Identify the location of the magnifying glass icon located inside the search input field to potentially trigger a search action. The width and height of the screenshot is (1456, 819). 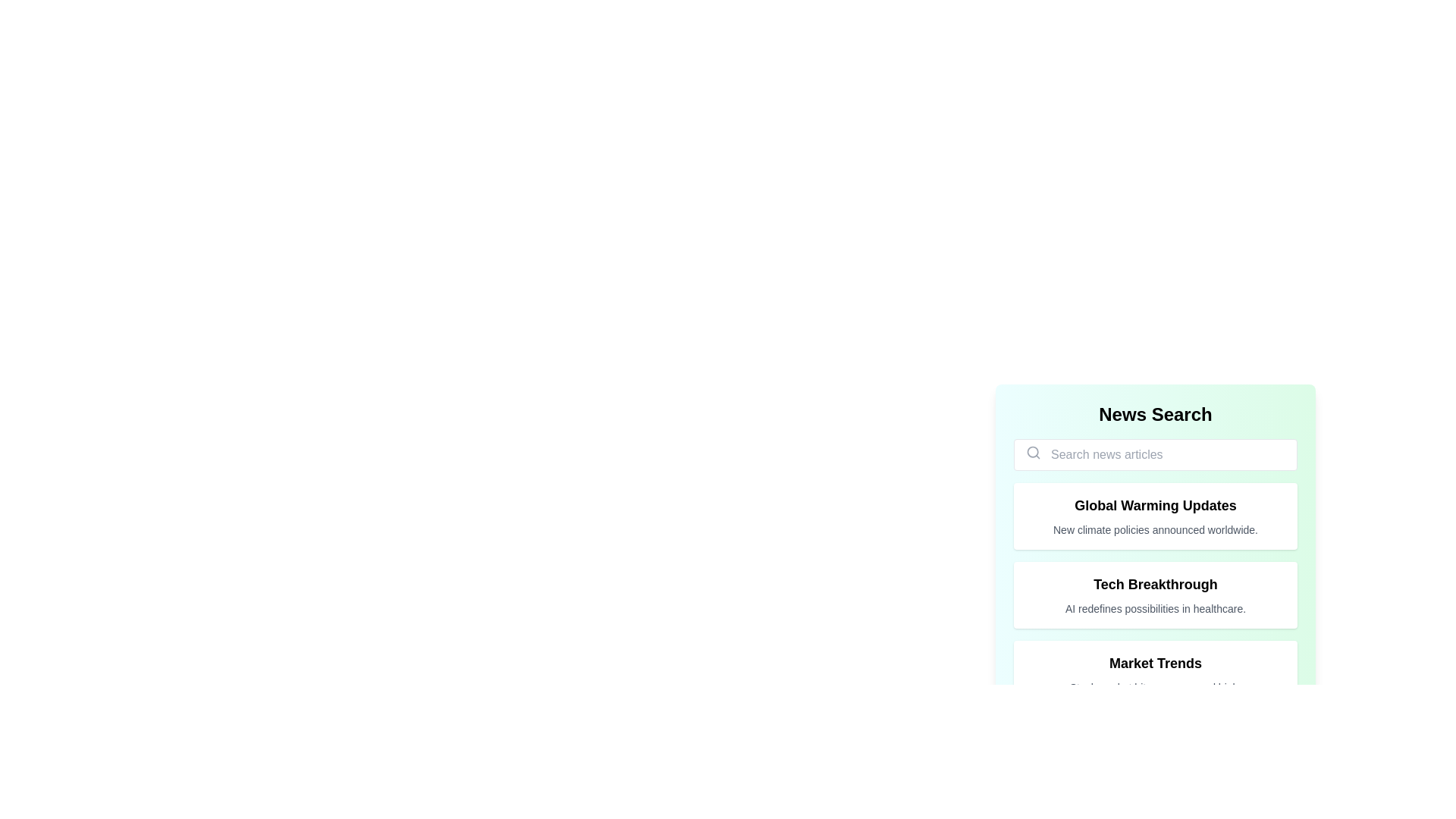
(1033, 452).